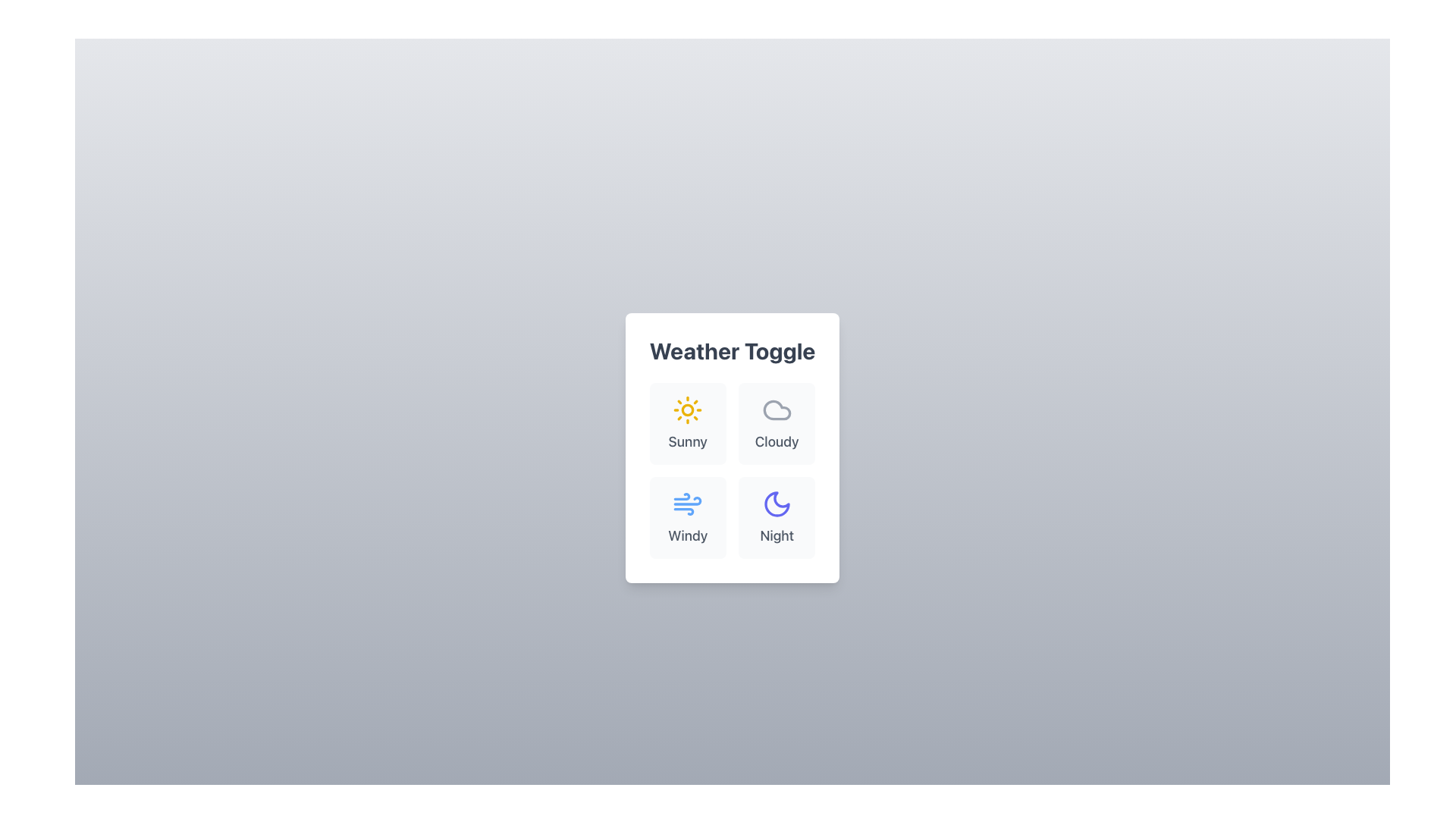 The height and width of the screenshot is (819, 1456). I want to click on the button in the bottom-left corner of the grid layout, so click(687, 516).